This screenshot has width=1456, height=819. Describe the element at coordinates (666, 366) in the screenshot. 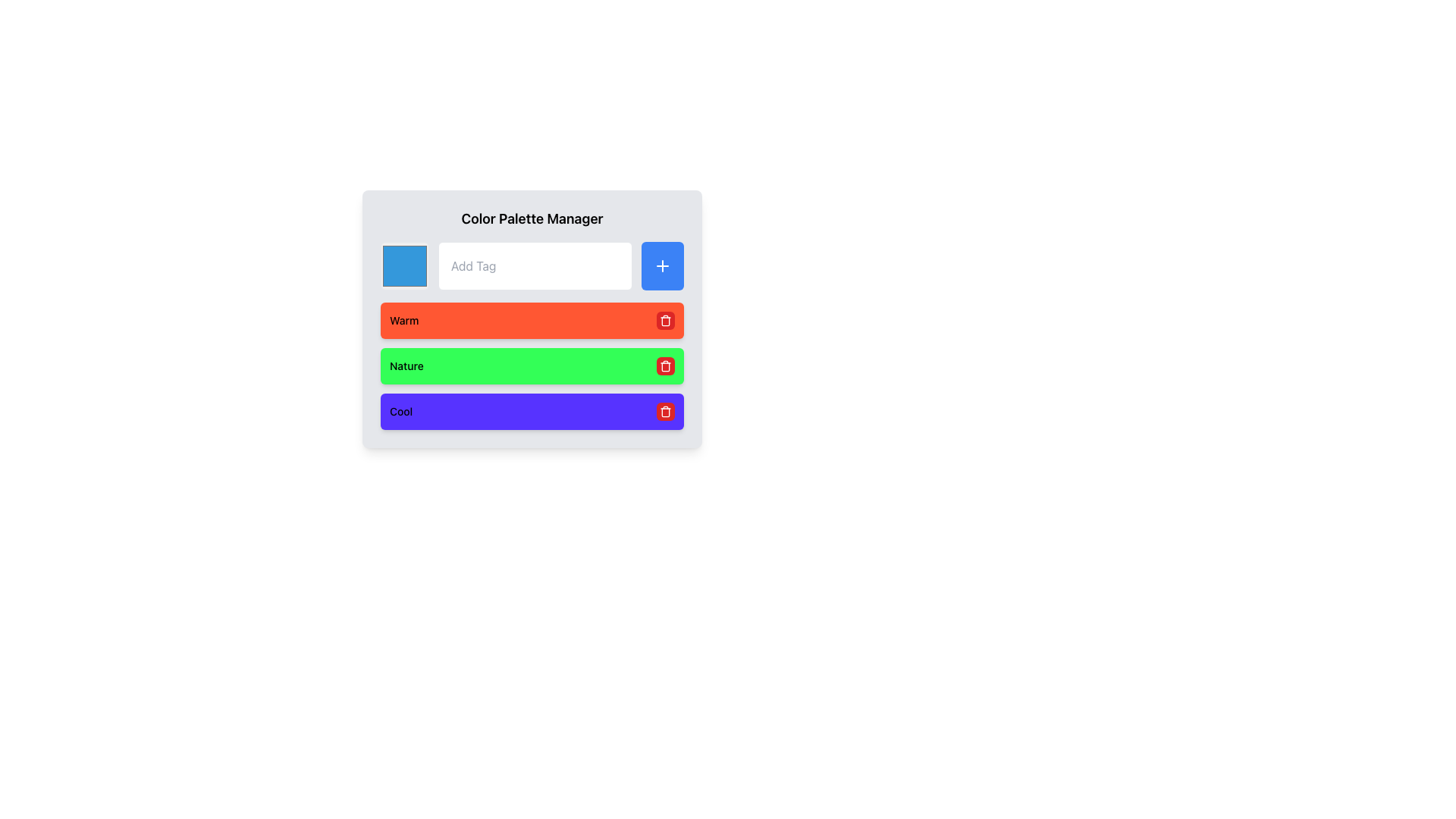

I see `the trash can icon button styled in white on a red circular background, which represents a delete action for the second item labeled 'Nature'` at that location.